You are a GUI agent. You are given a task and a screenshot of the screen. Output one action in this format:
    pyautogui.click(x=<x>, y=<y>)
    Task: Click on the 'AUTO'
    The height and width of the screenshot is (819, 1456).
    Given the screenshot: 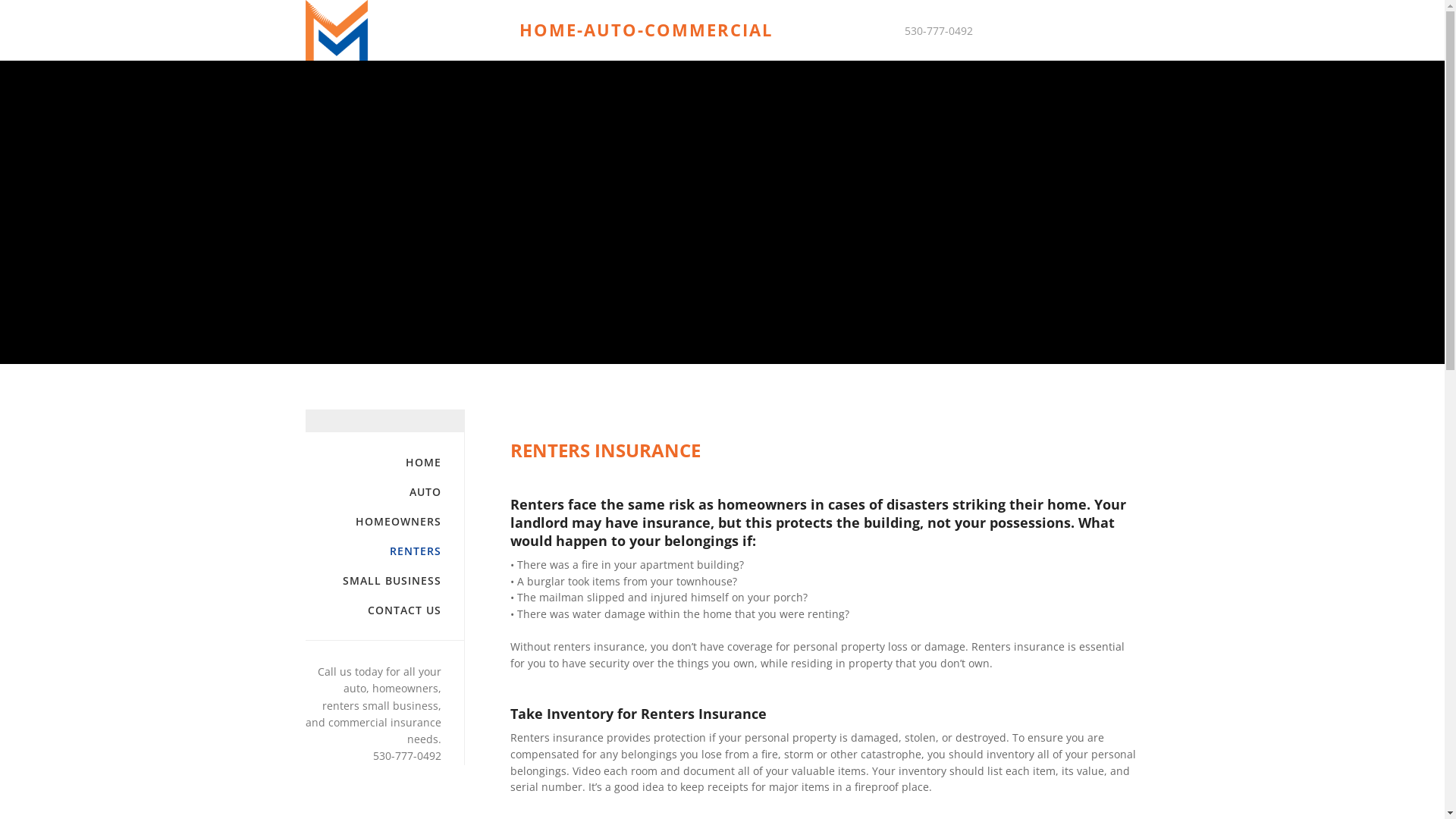 What is the action you would take?
    pyautogui.click(x=372, y=491)
    